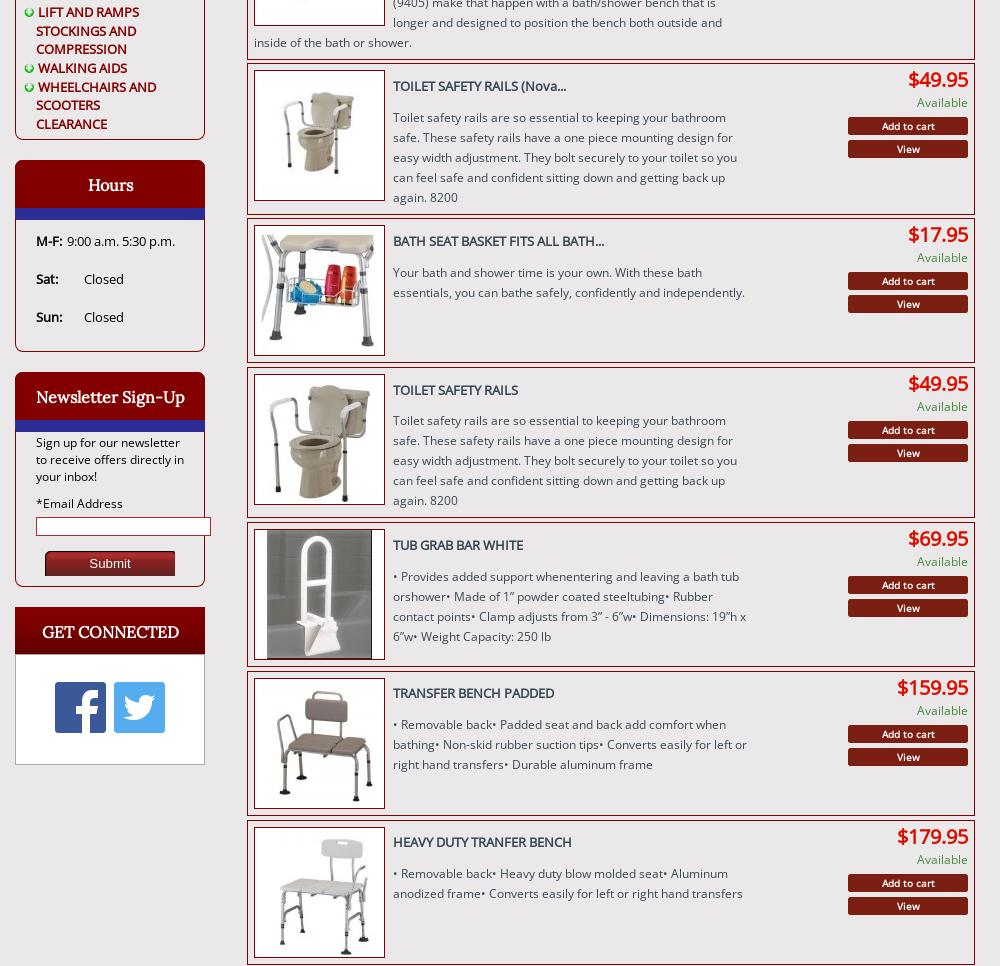  What do you see at coordinates (456, 543) in the screenshot?
I see `'TUB GRAB BAR WHITE'` at bounding box center [456, 543].